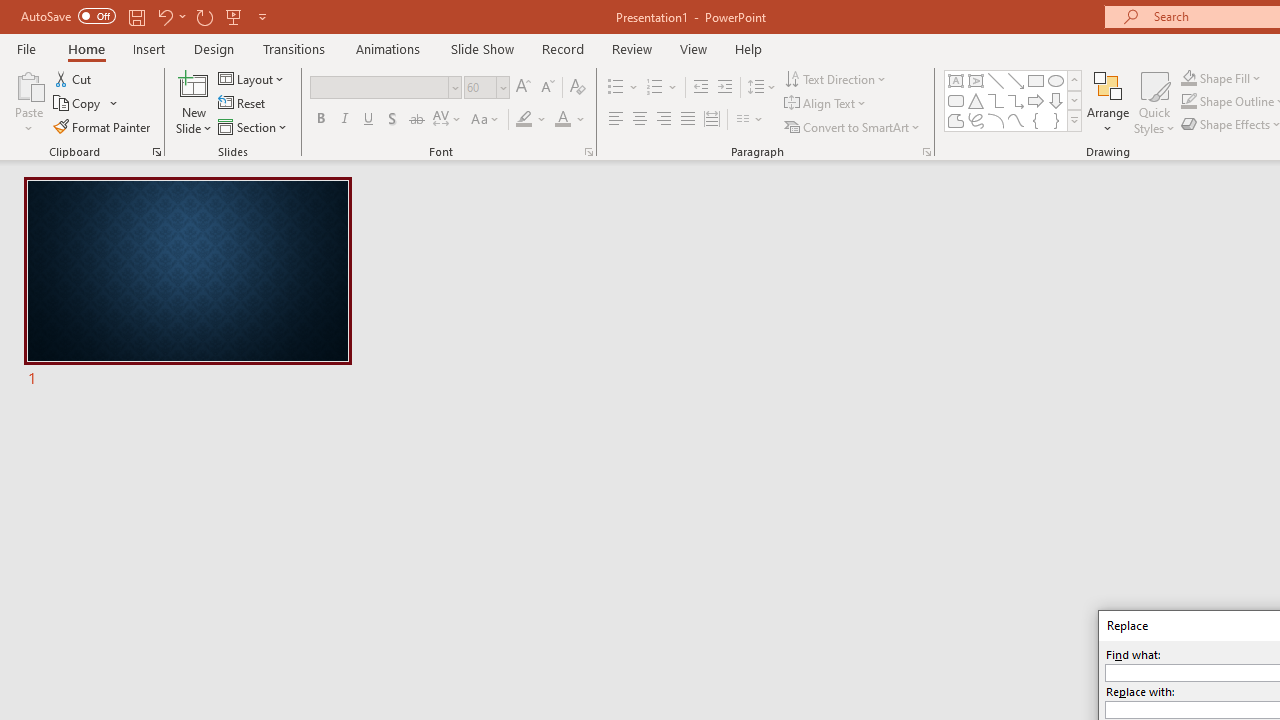  I want to click on 'Shape Outline Blue, Accent 1', so click(1189, 101).